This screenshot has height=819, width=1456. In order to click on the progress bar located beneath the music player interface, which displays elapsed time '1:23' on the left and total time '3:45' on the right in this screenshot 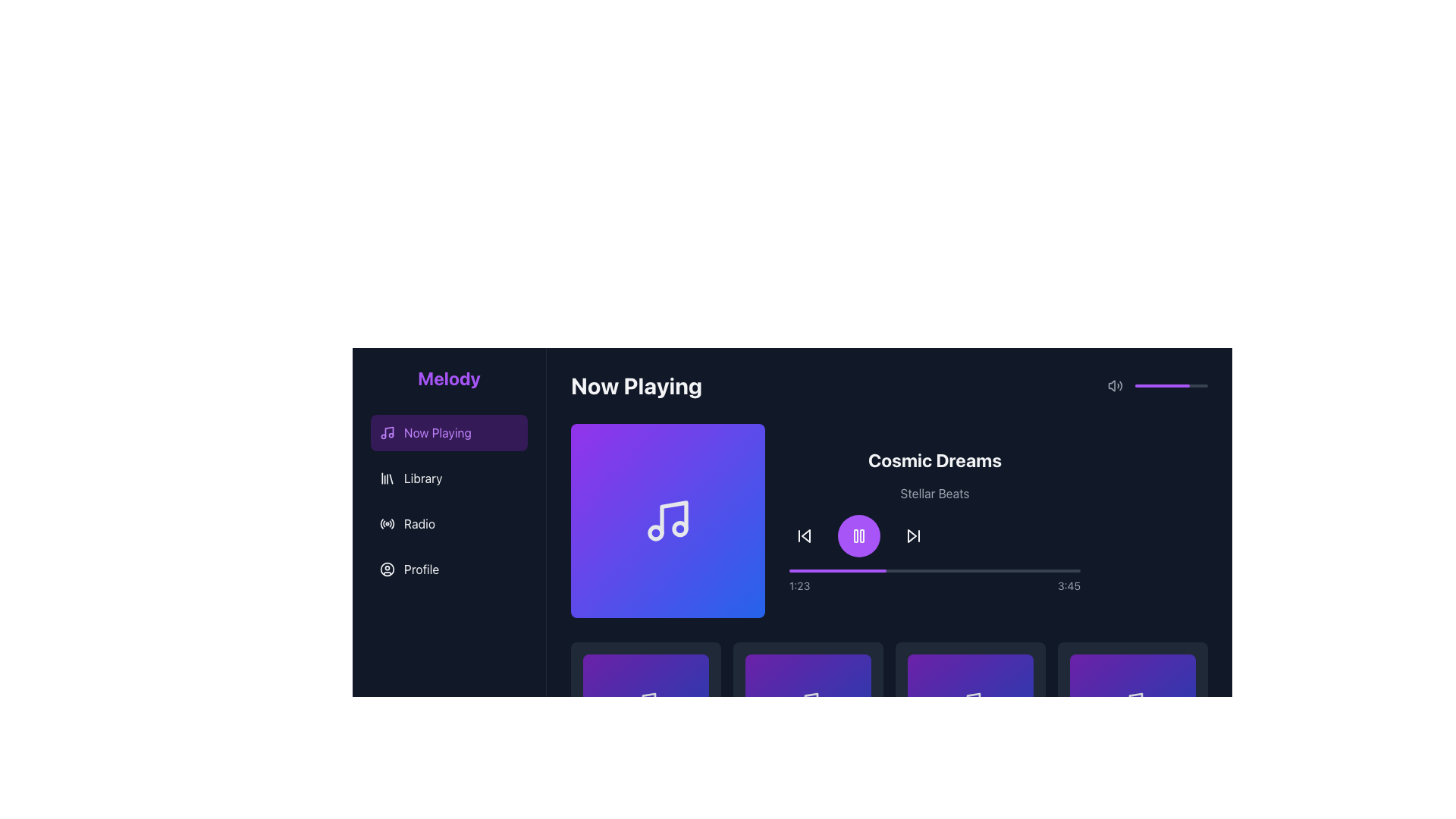, I will do `click(934, 581)`.